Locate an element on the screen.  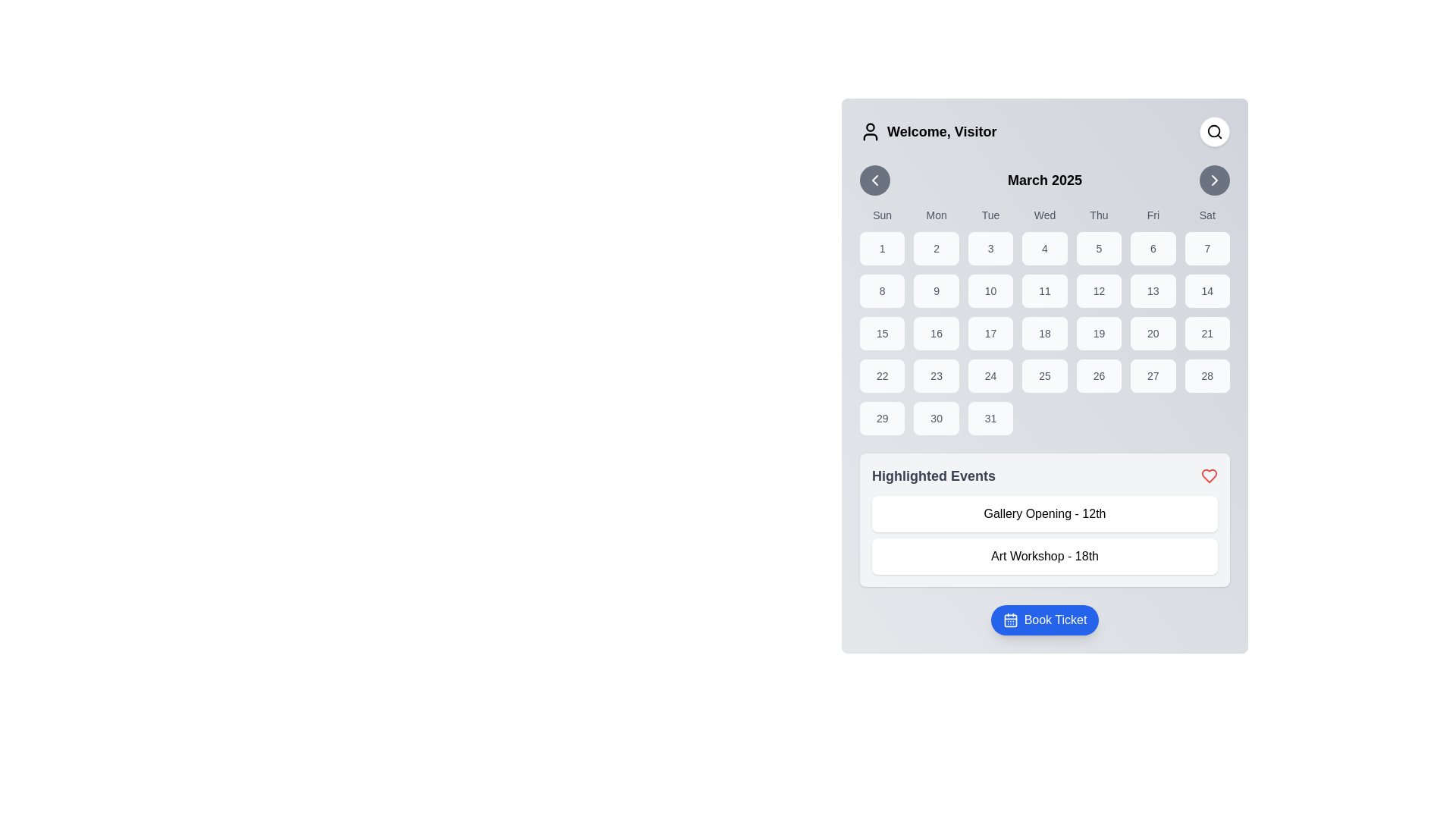
the left-pointing chevron icon styled in white, located inside a circular gray button is located at coordinates (874, 180).